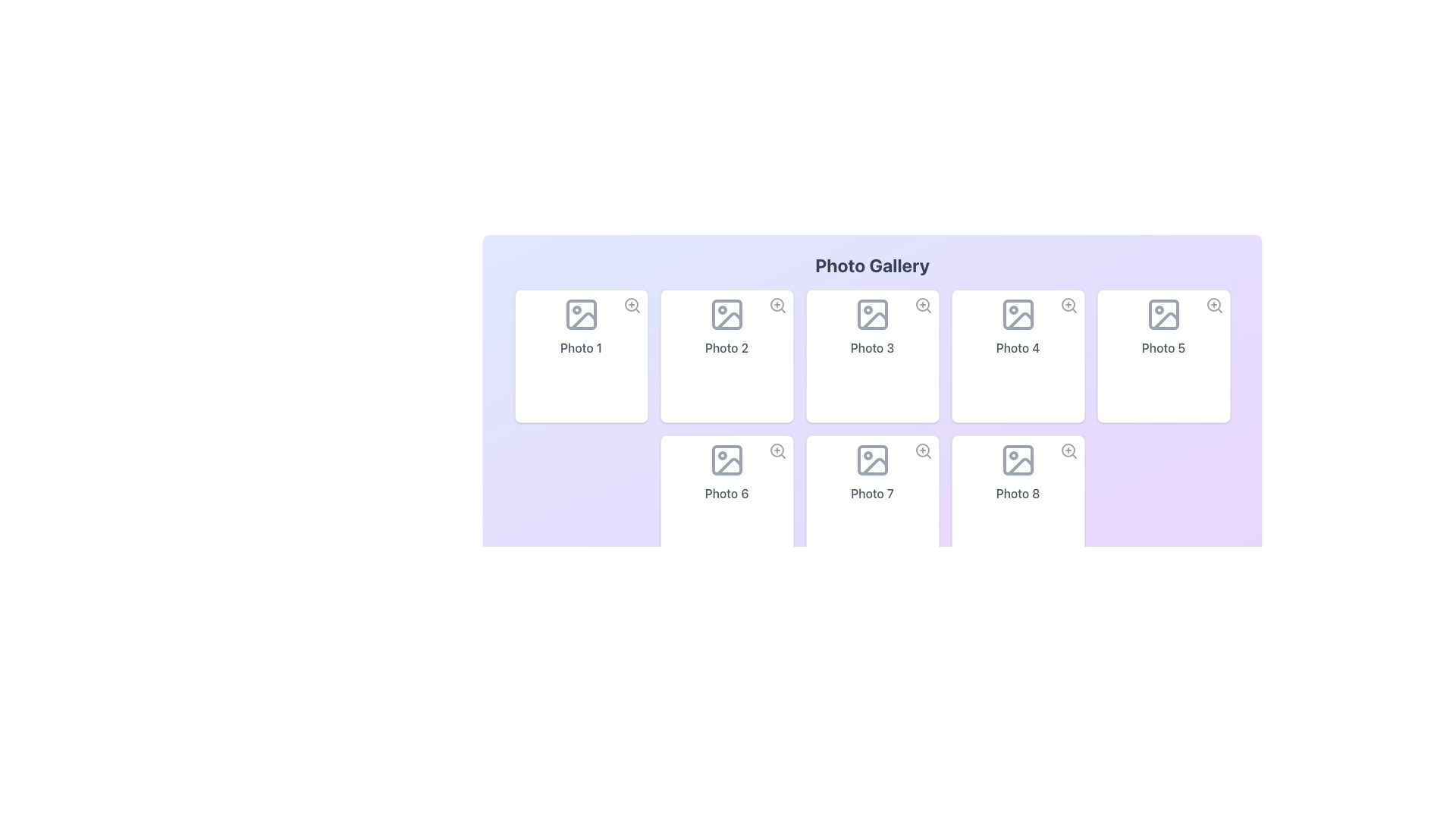 The height and width of the screenshot is (819, 1456). I want to click on the icon representing the content preview for the card labeled 'Photo 7', so click(872, 459).